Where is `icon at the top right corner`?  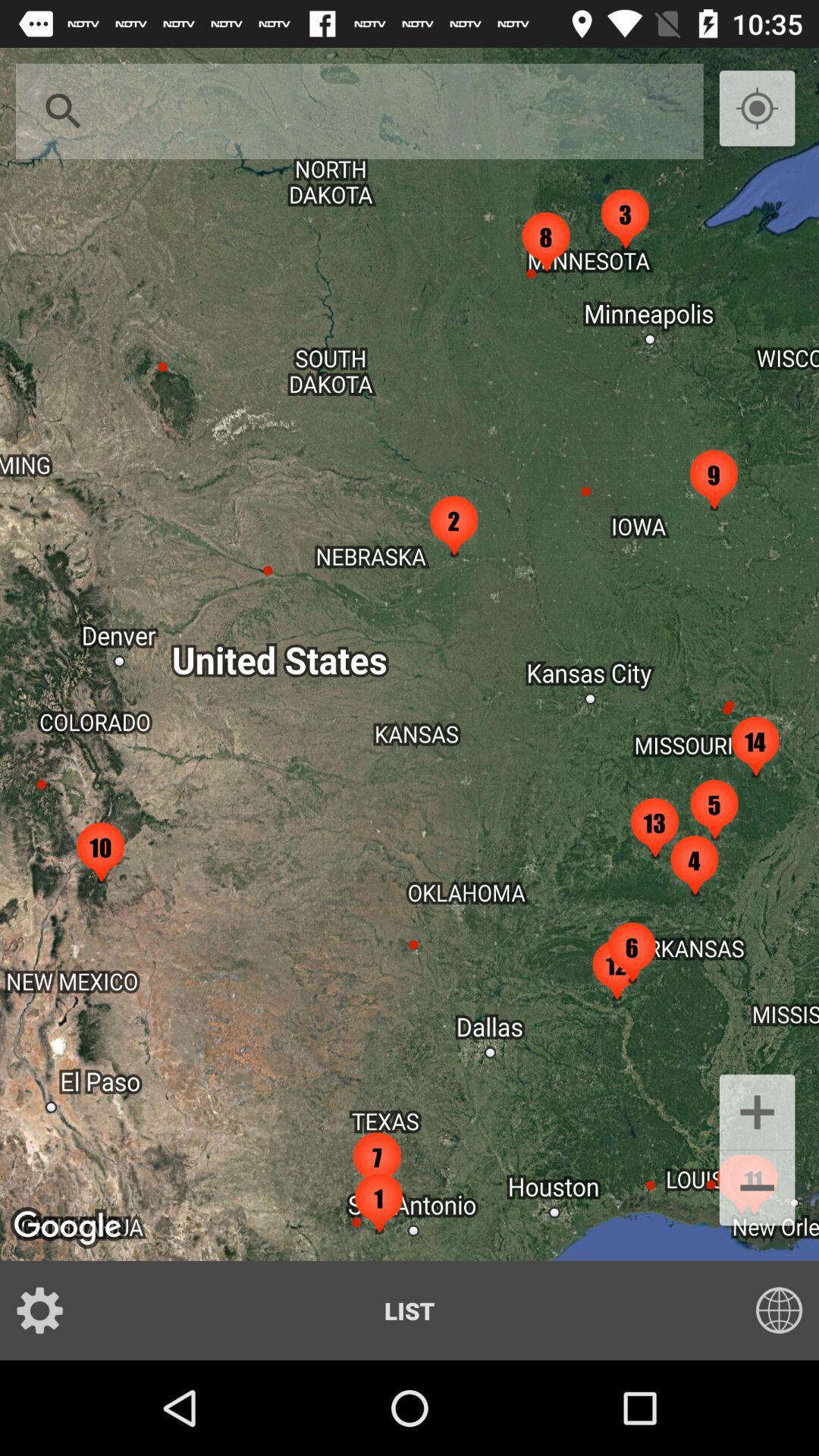
icon at the top right corner is located at coordinates (757, 108).